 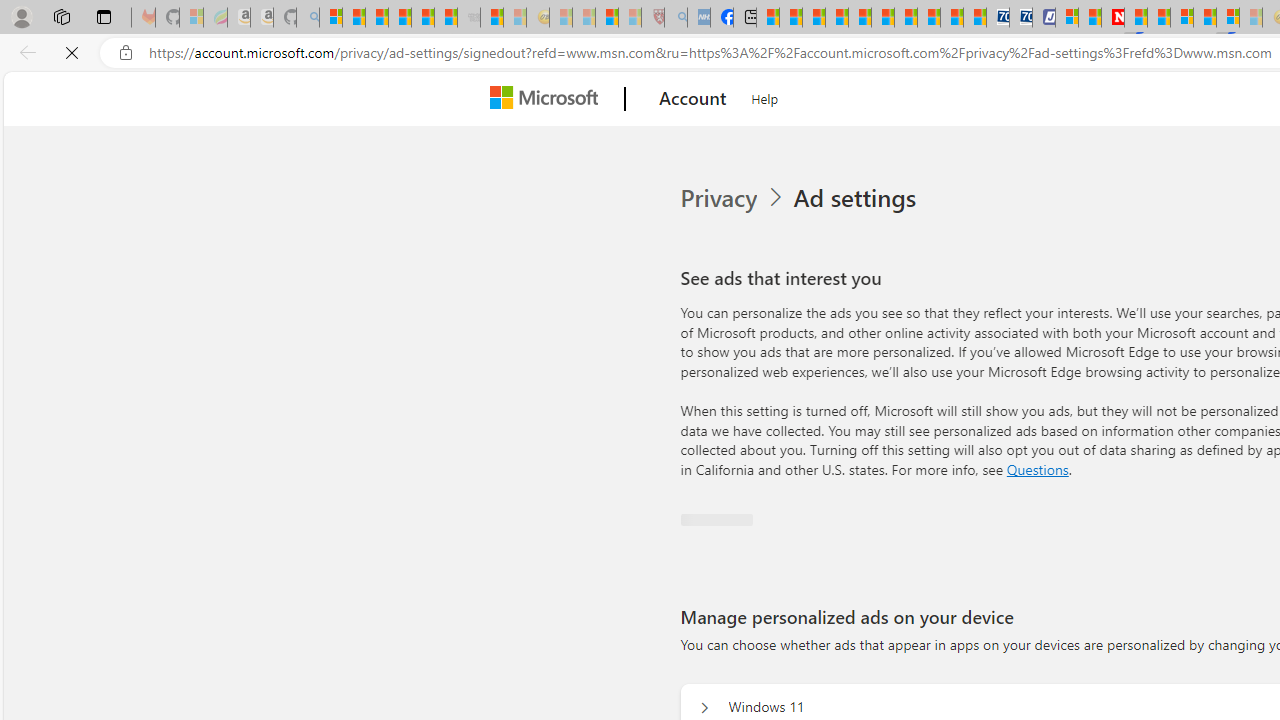 What do you see at coordinates (702, 707) in the screenshot?
I see `'Manage personalized ads on your device Windows 11'` at bounding box center [702, 707].